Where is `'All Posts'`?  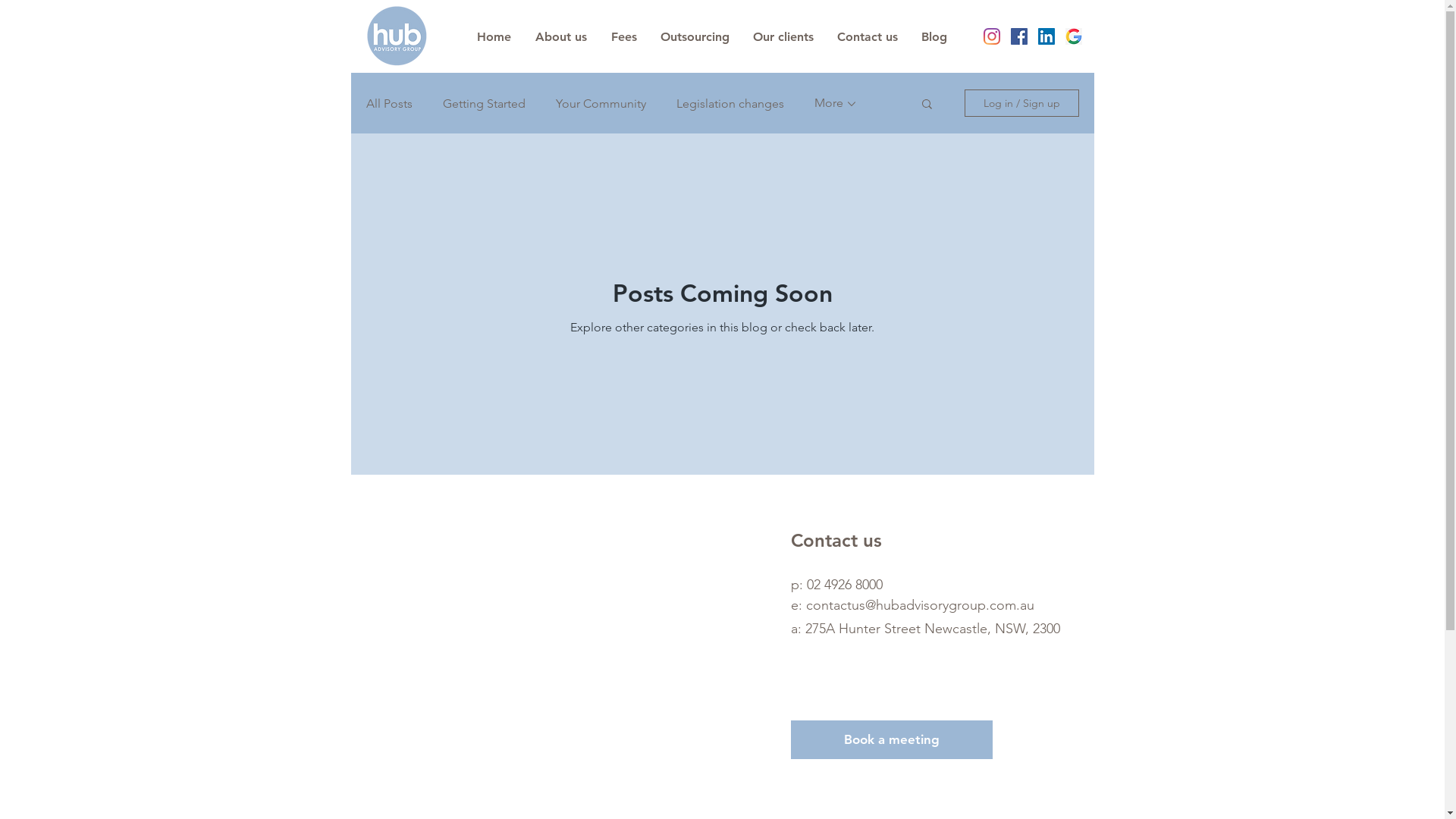
'All Posts' is located at coordinates (388, 102).